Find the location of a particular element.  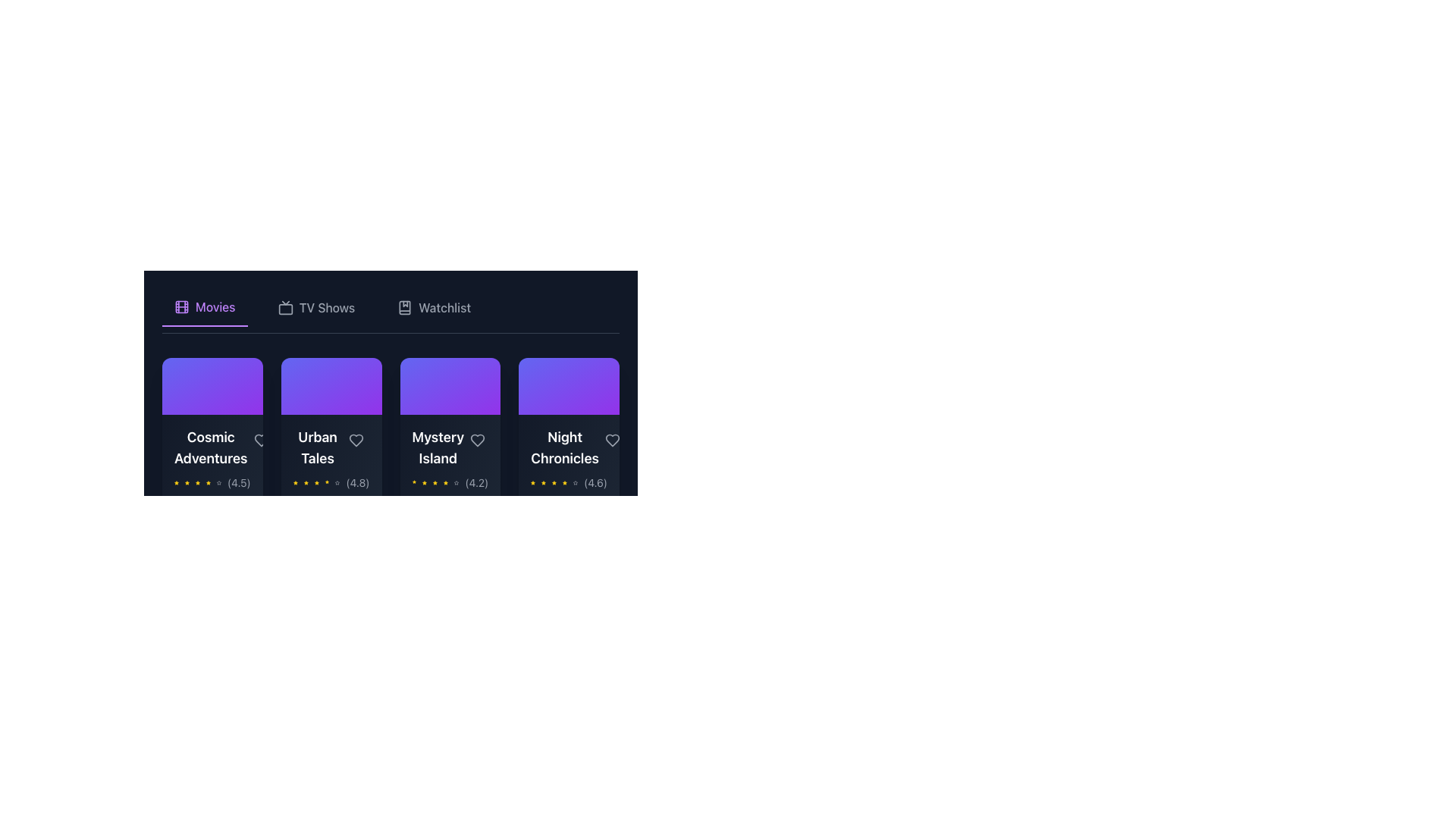

the fifth yellow-filled star icon in the rating system located beneath the 'Urban Tales' content card is located at coordinates (326, 482).